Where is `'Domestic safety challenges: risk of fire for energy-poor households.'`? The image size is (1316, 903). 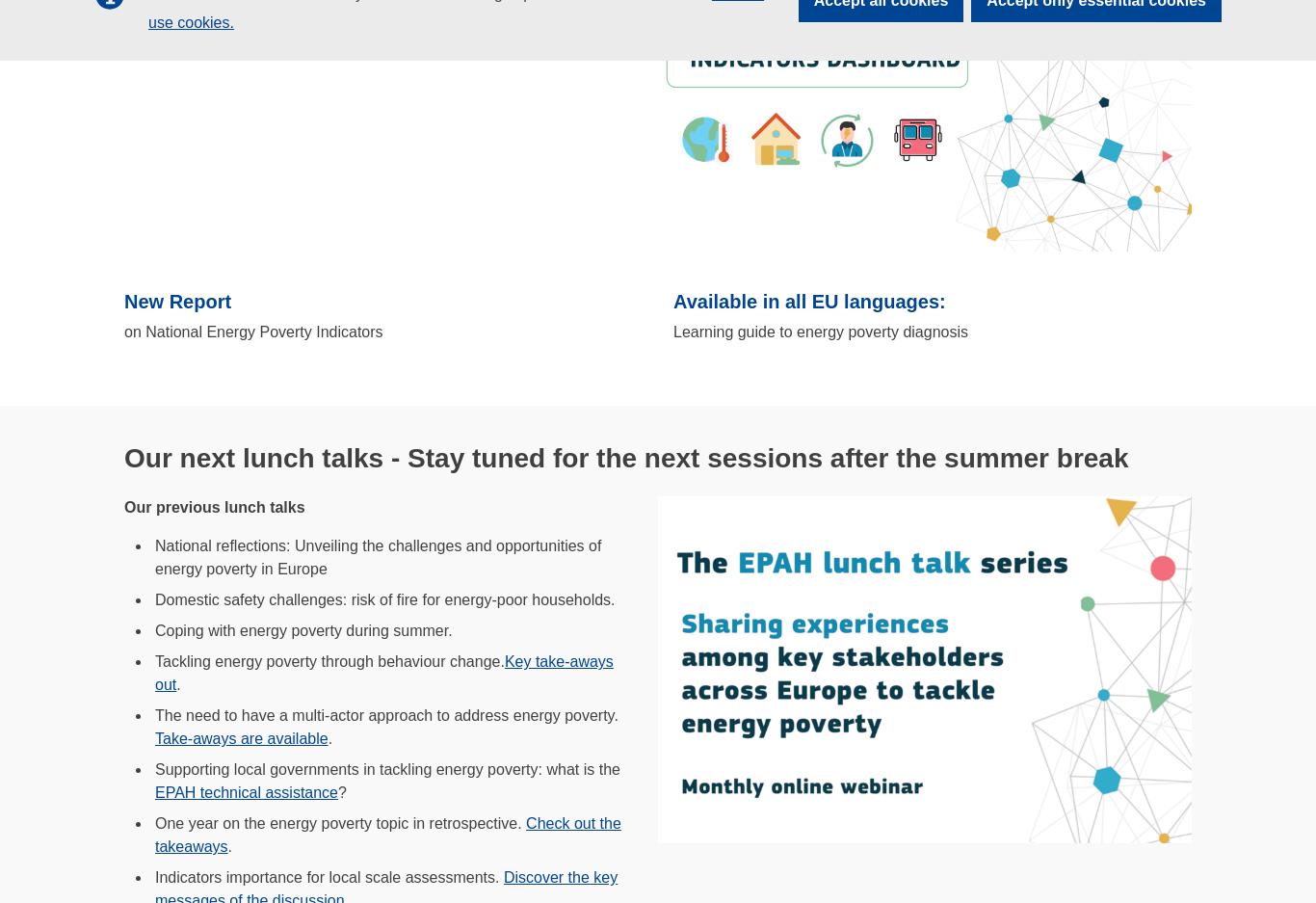
'Domestic safety challenges: risk of fire for energy-poor households.' is located at coordinates (383, 599).